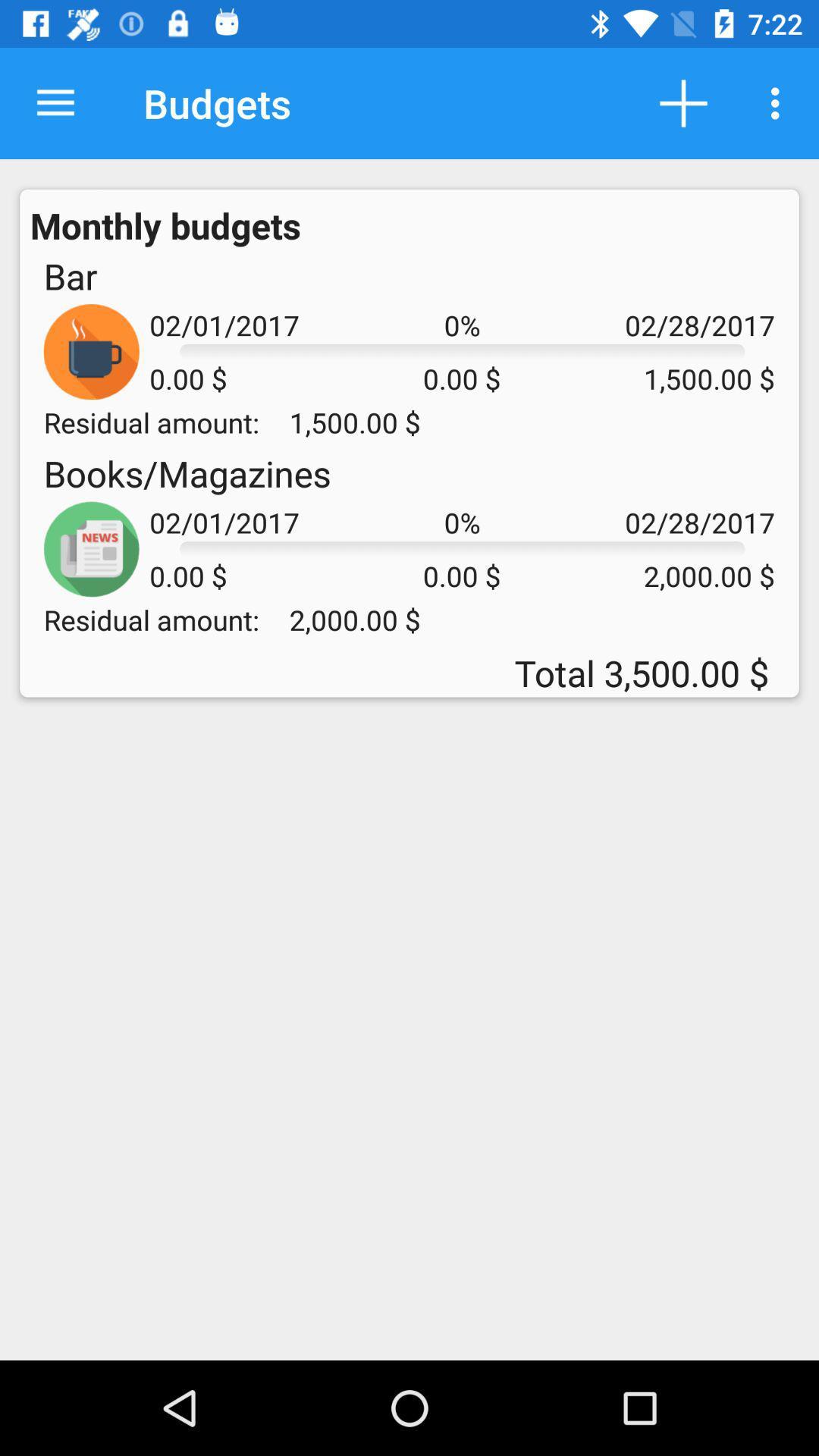 Image resolution: width=819 pixels, height=1456 pixels. What do you see at coordinates (165, 224) in the screenshot?
I see `the monthly budgets` at bounding box center [165, 224].